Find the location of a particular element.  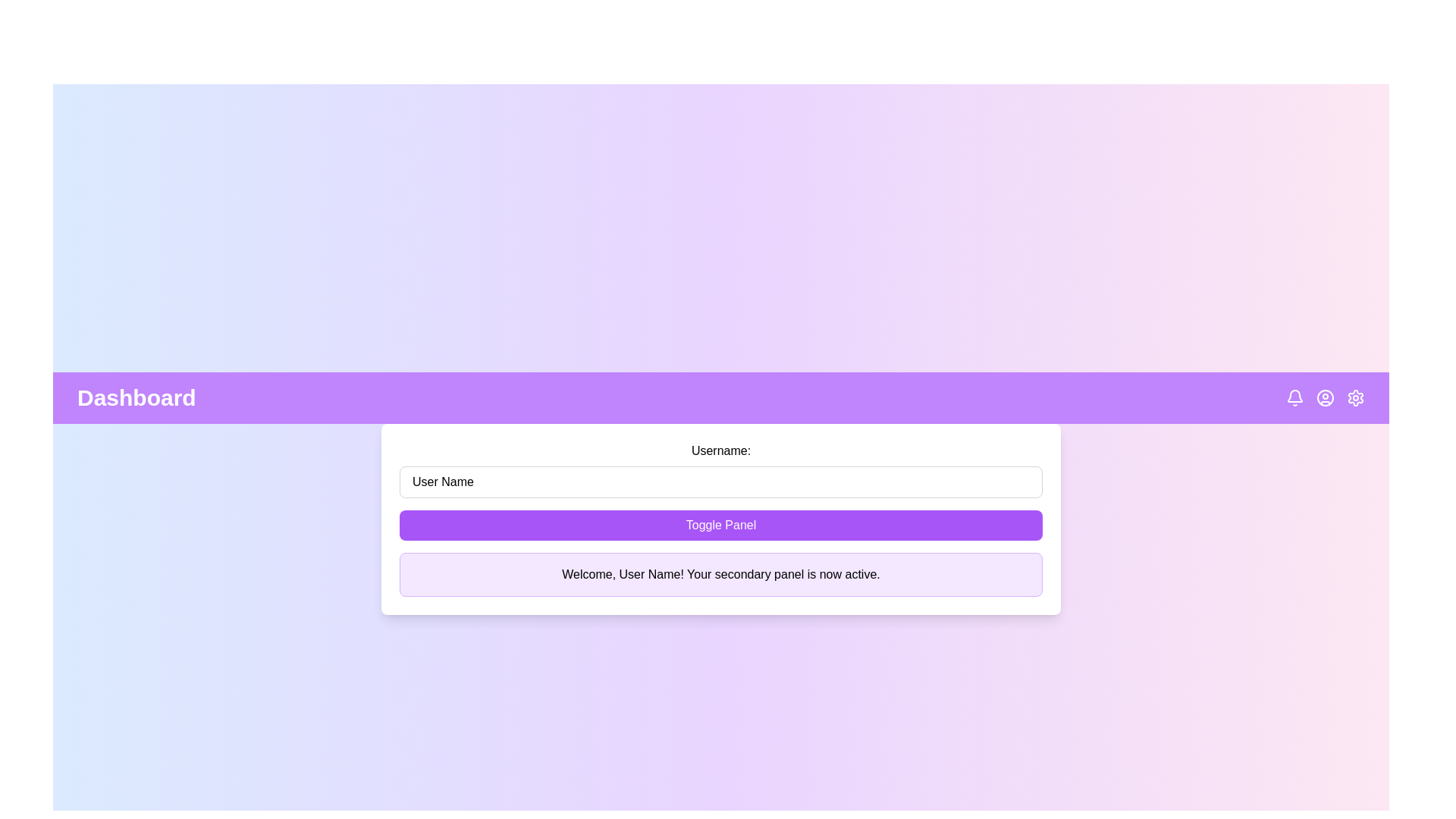

the user profile icon button located in the purple header bar labeled 'Dashboard' at the top-right corner of the interface is located at coordinates (1324, 397).